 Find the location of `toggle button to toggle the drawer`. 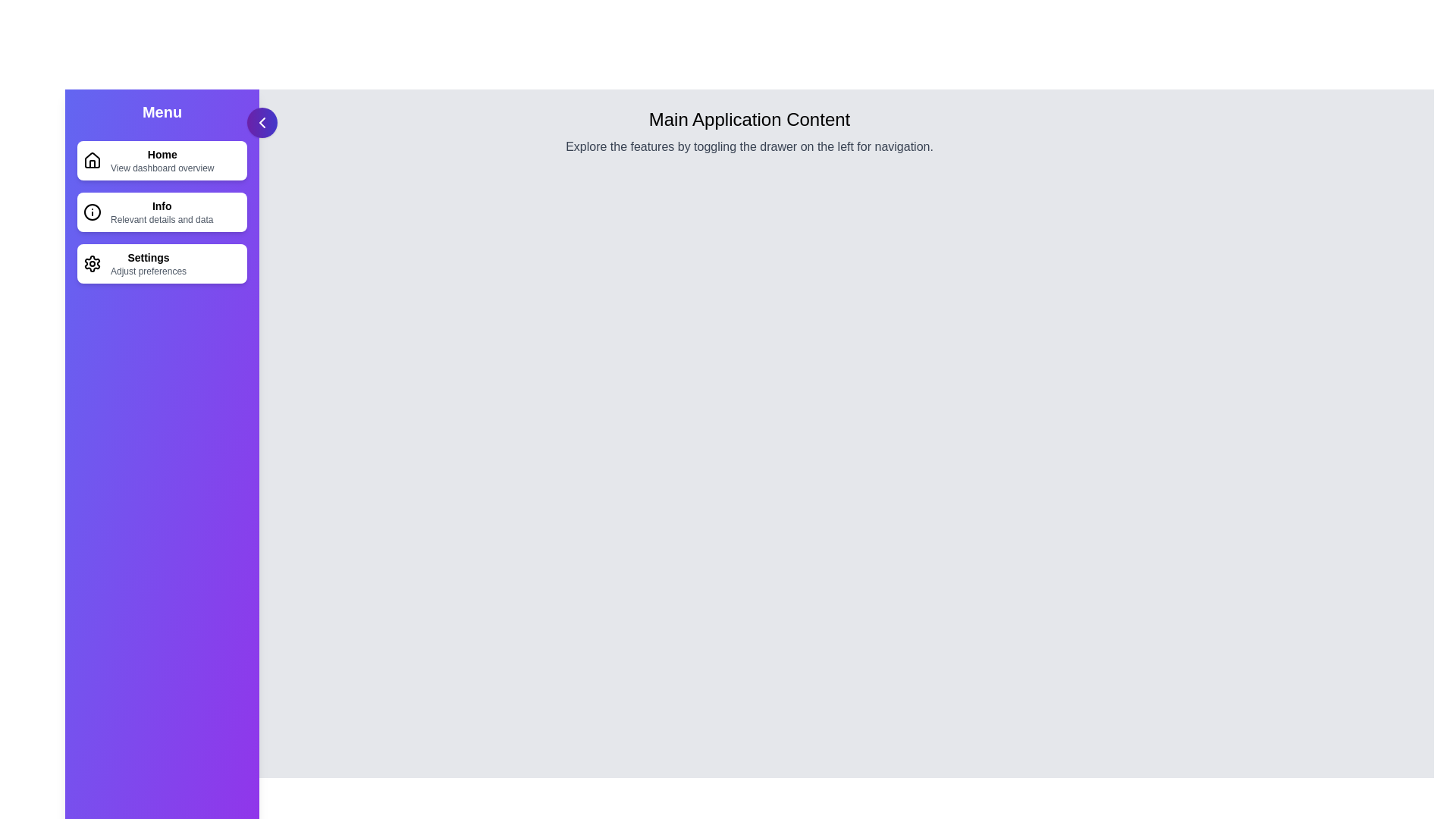

toggle button to toggle the drawer is located at coordinates (262, 122).